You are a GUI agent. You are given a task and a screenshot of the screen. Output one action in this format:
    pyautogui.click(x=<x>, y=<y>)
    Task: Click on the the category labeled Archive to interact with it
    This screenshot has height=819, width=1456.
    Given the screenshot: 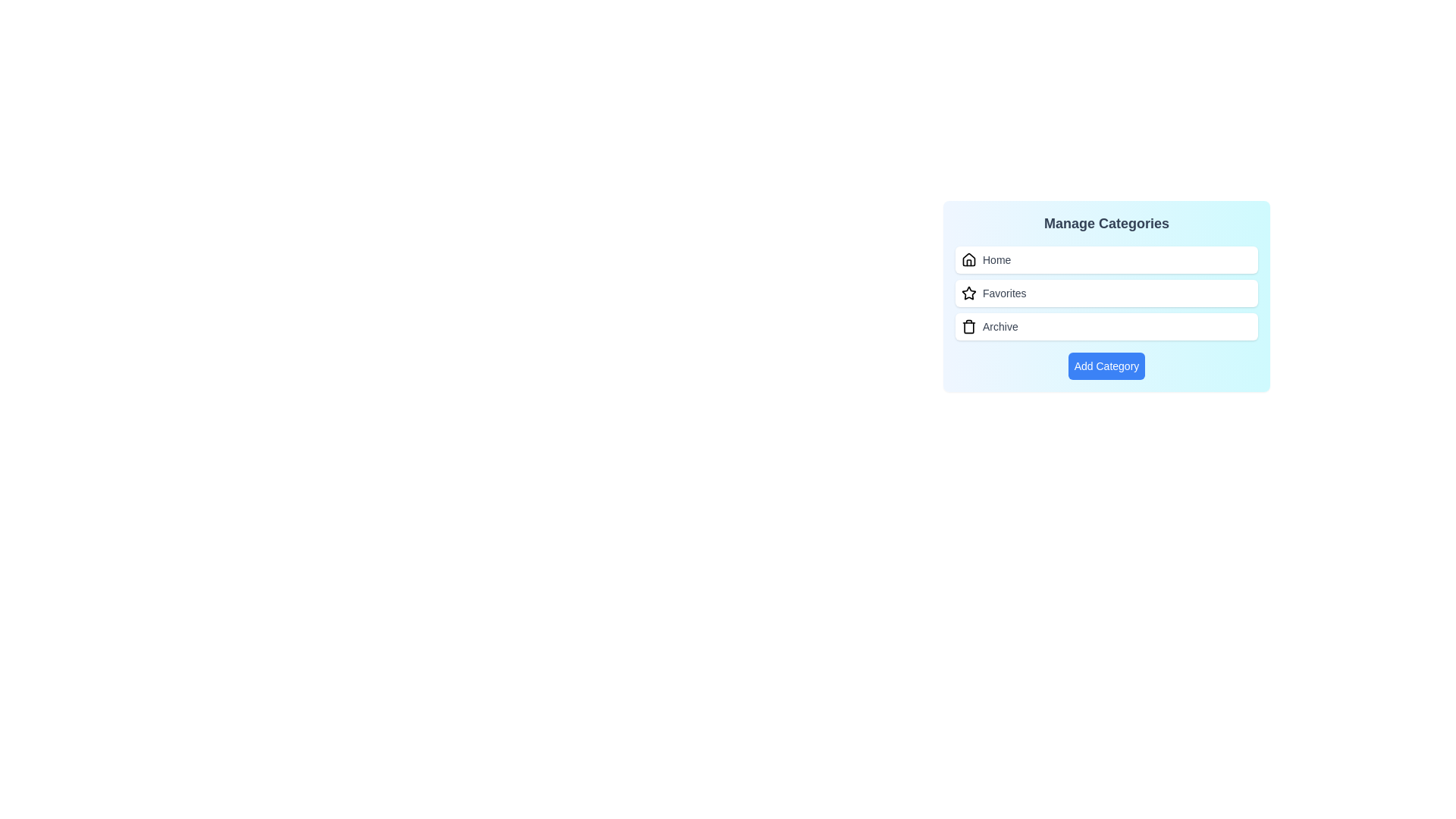 What is the action you would take?
    pyautogui.click(x=1106, y=326)
    